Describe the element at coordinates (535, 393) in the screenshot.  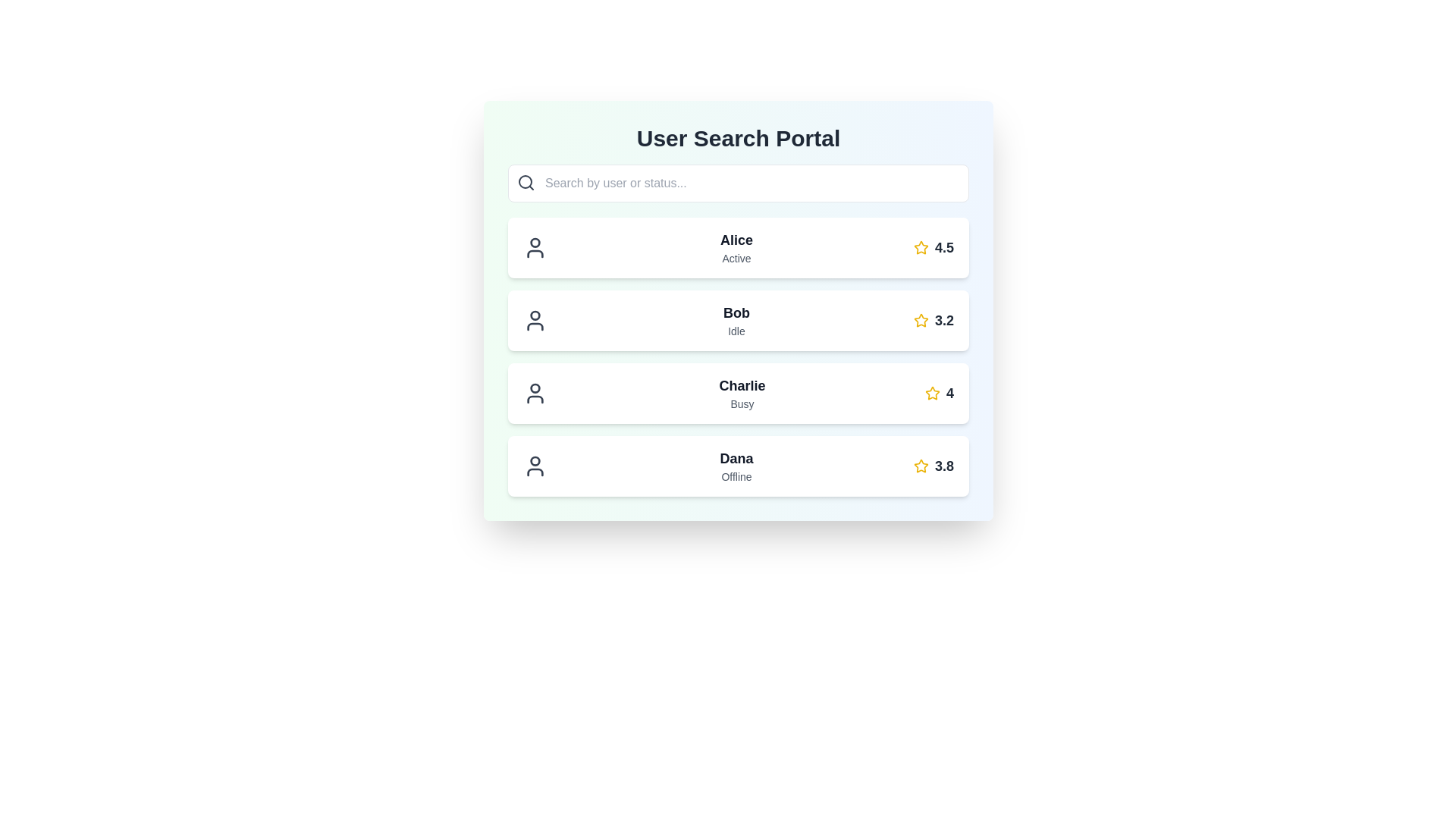
I see `the user icon for 'Charlie', which is a stylized gray outline of a person located in the third entry of the user profiles list, between 'Bob' and 'Dana'` at that location.